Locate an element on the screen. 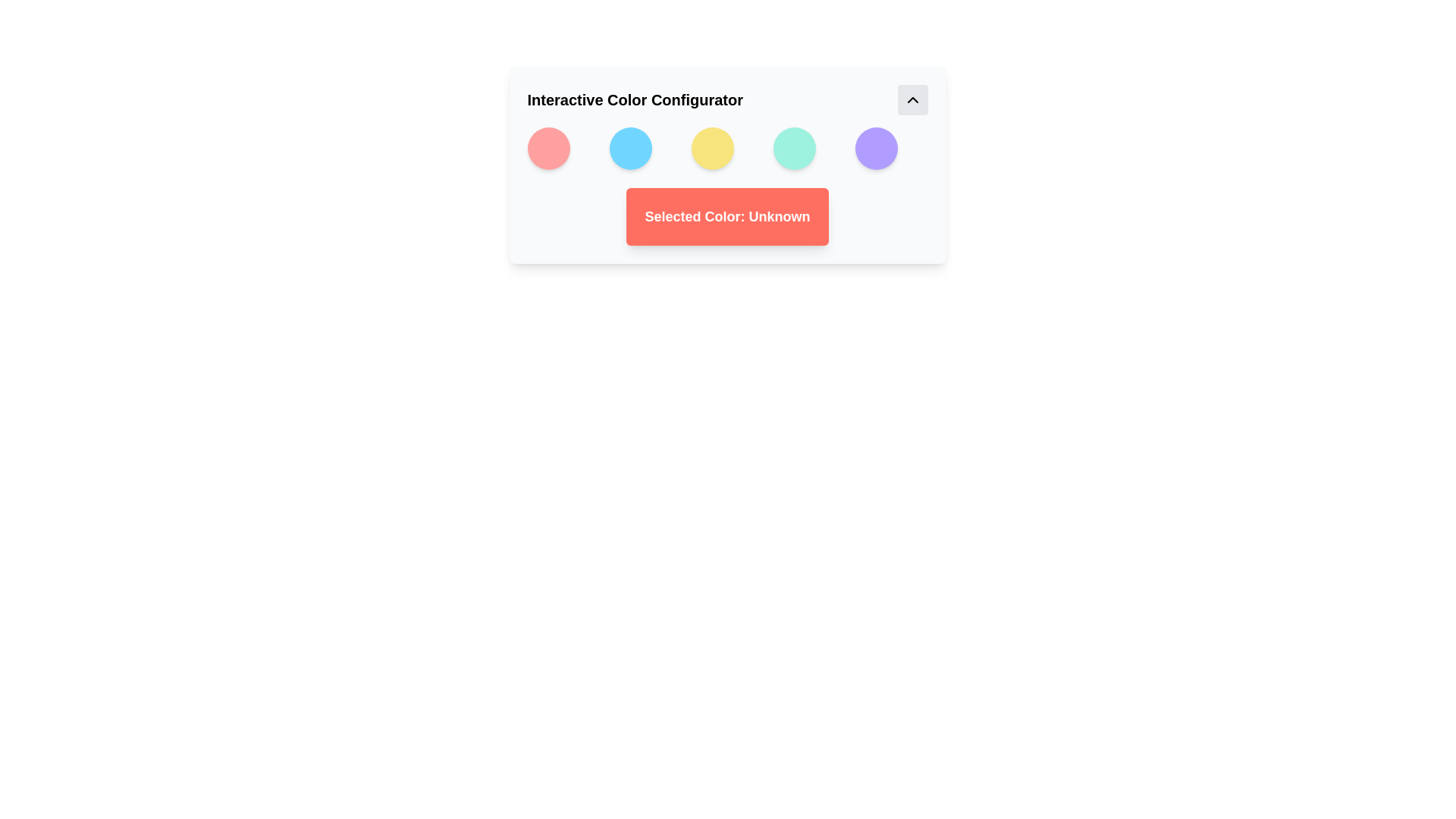 This screenshot has width=1456, height=819. the yellow color selection button in the Interactive Color Configurator is located at coordinates (711, 149).